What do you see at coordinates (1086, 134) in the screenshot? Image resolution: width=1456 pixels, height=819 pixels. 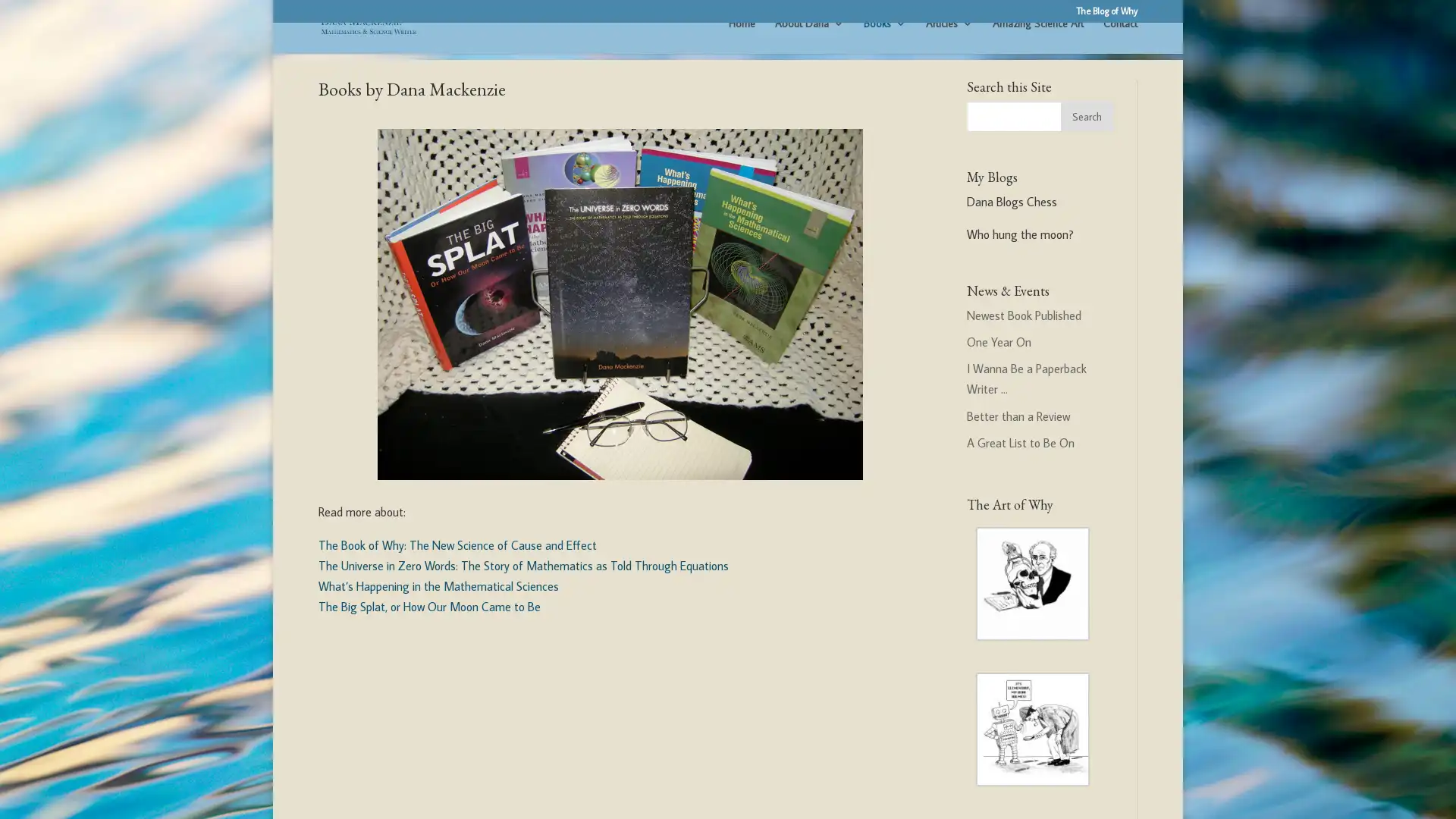 I see `Search` at bounding box center [1086, 134].